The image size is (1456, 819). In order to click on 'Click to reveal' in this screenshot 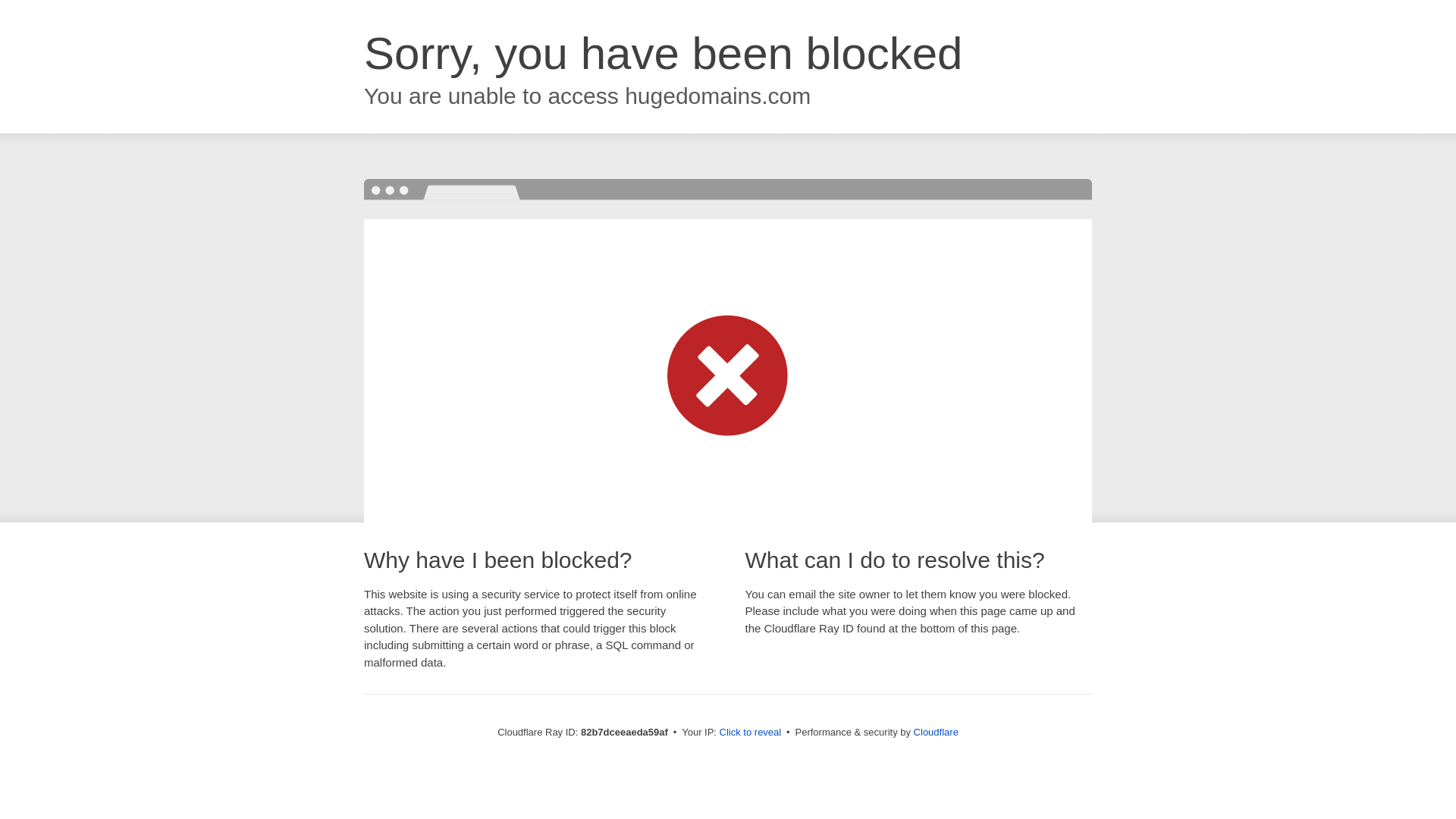, I will do `click(719, 731)`.